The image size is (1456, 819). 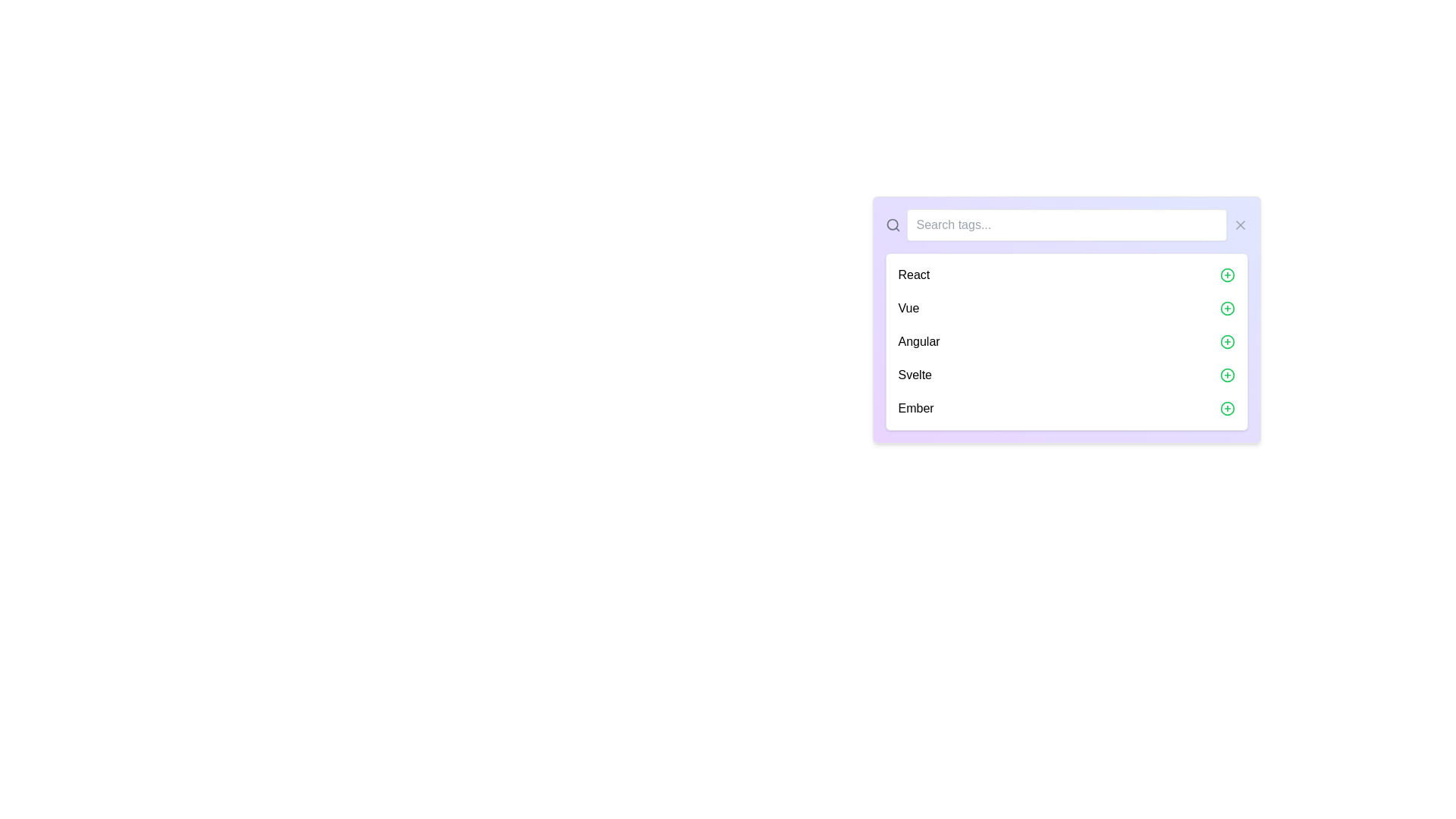 I want to click on the green '+' button on the third list item labeled 'Angular' within the drop-down menu, so click(x=1065, y=342).